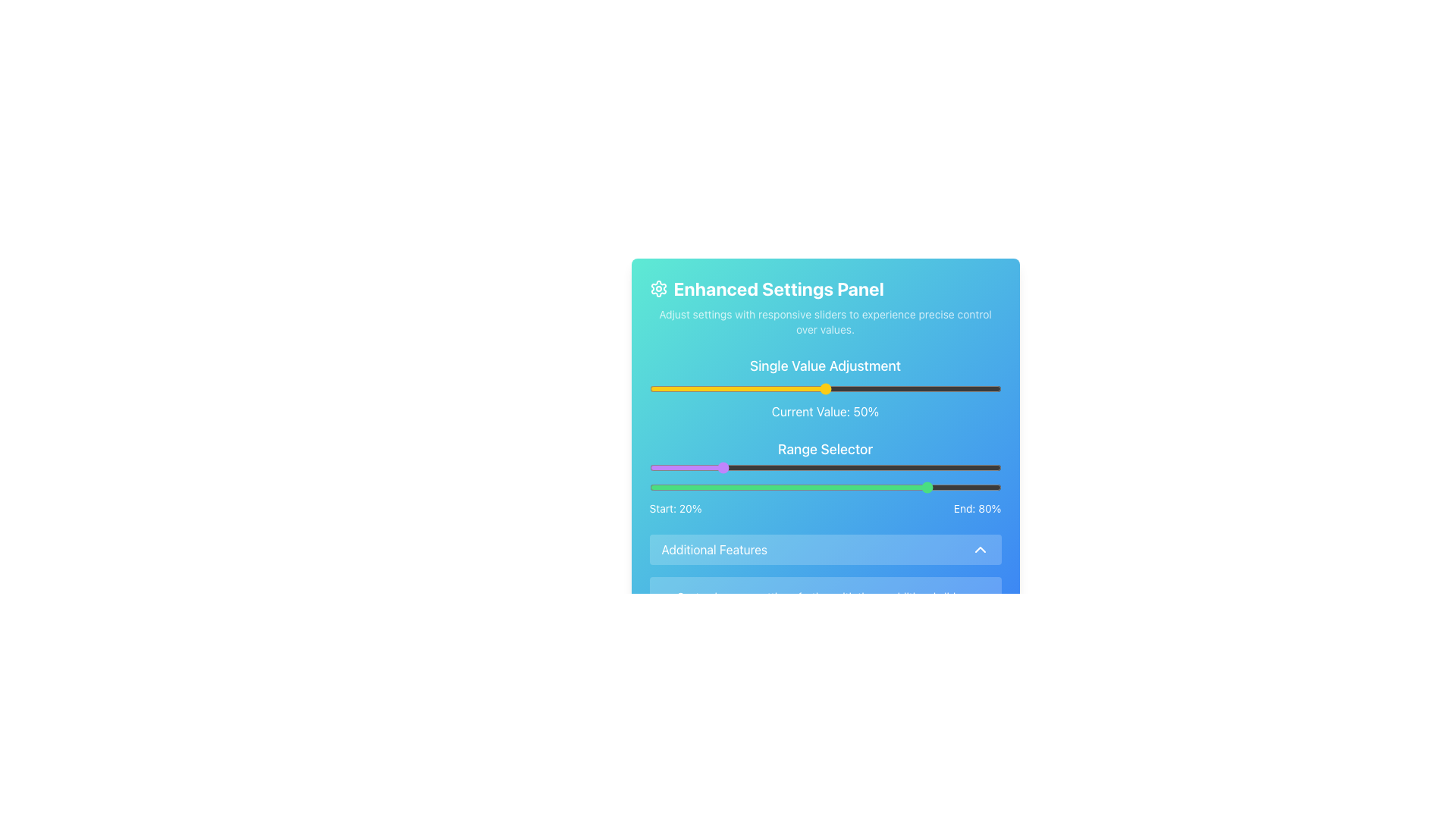 This screenshot has width=1456, height=819. What do you see at coordinates (824, 412) in the screenshot?
I see `text from the text label stating 'Current Value: 50%' which is positioned below the horizontal slider control and the title 'Single Value Adjustment'` at bounding box center [824, 412].